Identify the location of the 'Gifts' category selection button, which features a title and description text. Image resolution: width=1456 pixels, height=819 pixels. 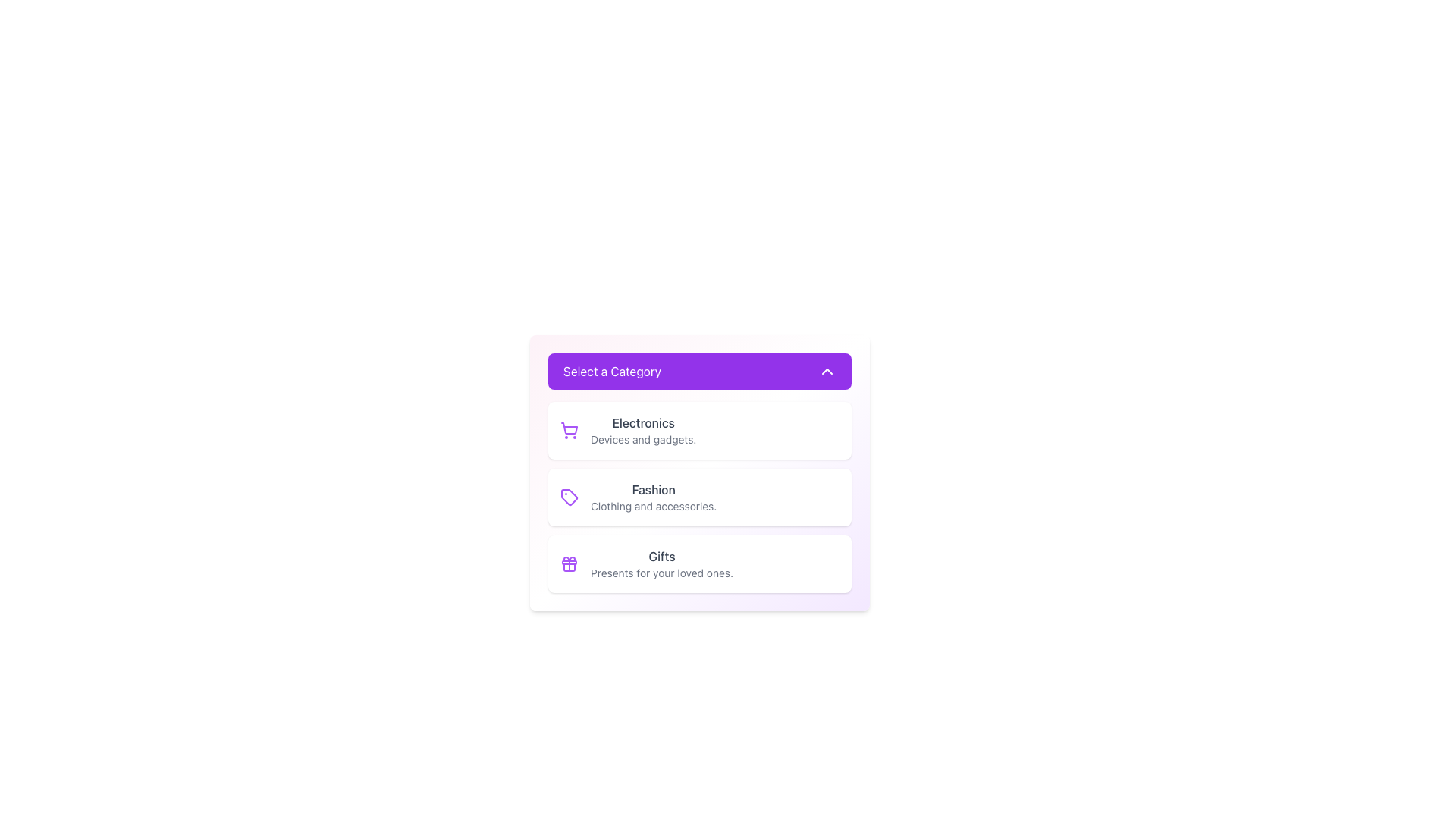
(662, 564).